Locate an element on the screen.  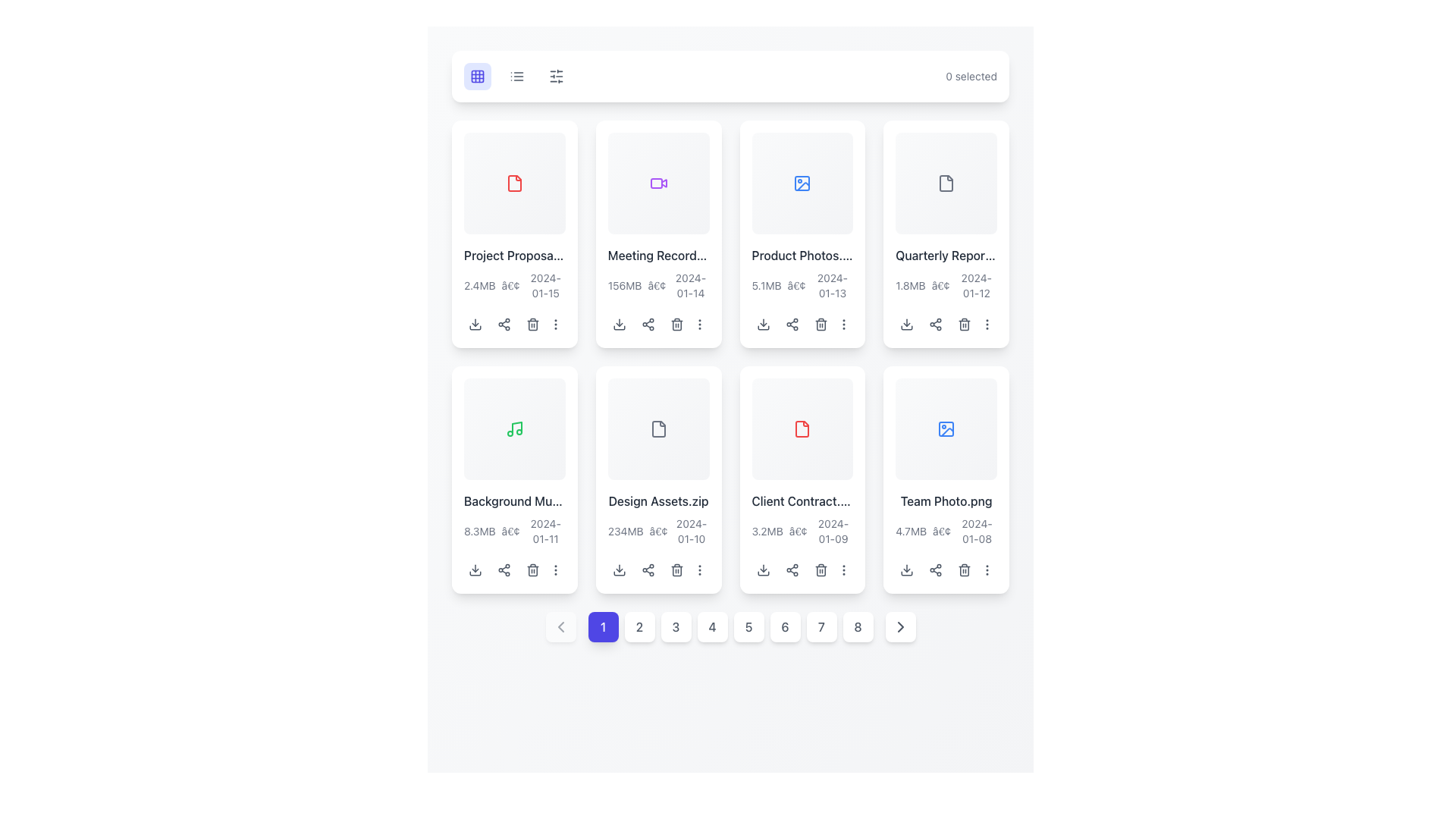
the leftmost pagination button which allows the user to navigate to the previous page is located at coordinates (560, 626).